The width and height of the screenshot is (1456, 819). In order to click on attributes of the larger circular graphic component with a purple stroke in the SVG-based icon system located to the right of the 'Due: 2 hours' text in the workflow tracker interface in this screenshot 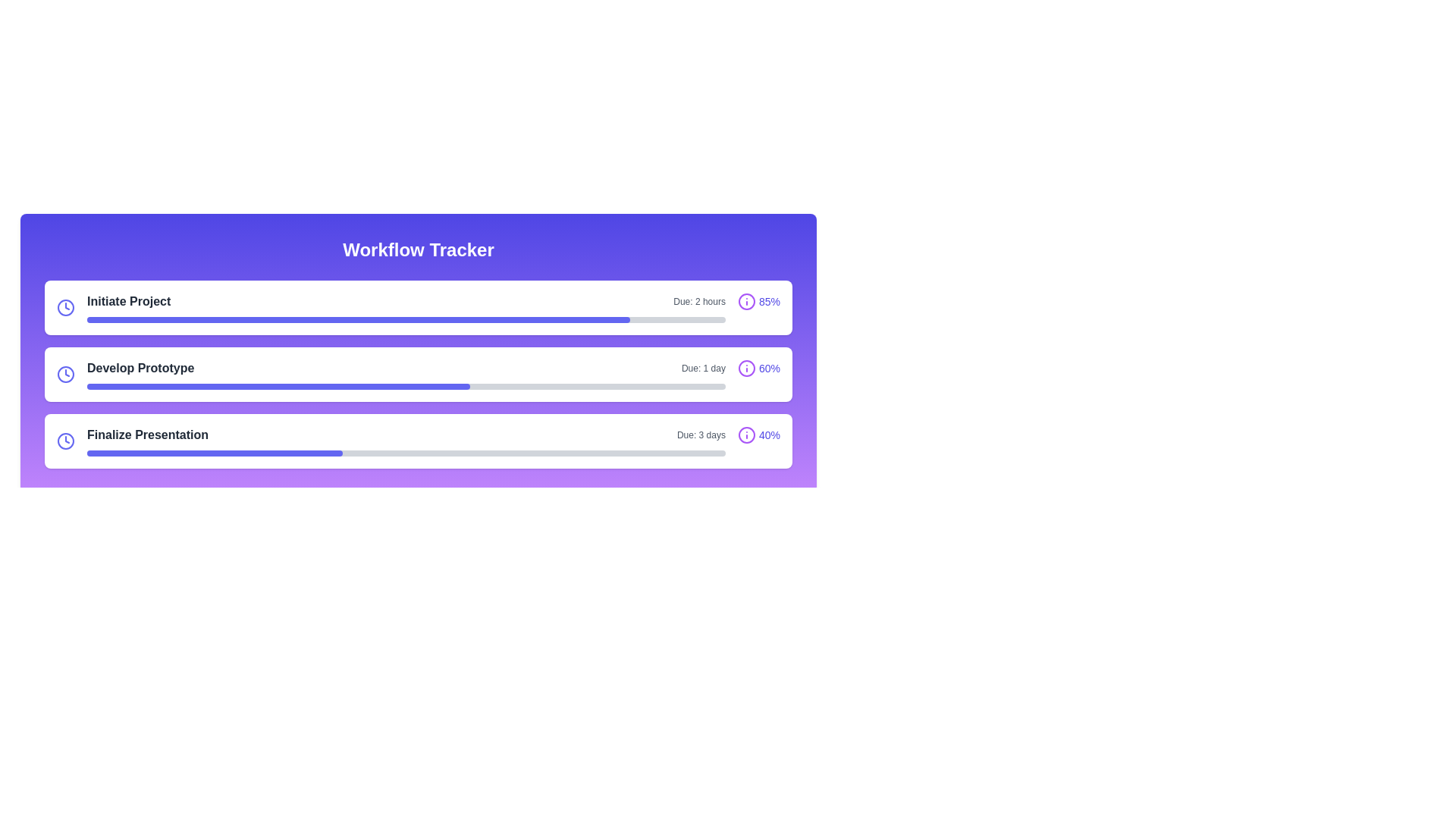, I will do `click(746, 301)`.